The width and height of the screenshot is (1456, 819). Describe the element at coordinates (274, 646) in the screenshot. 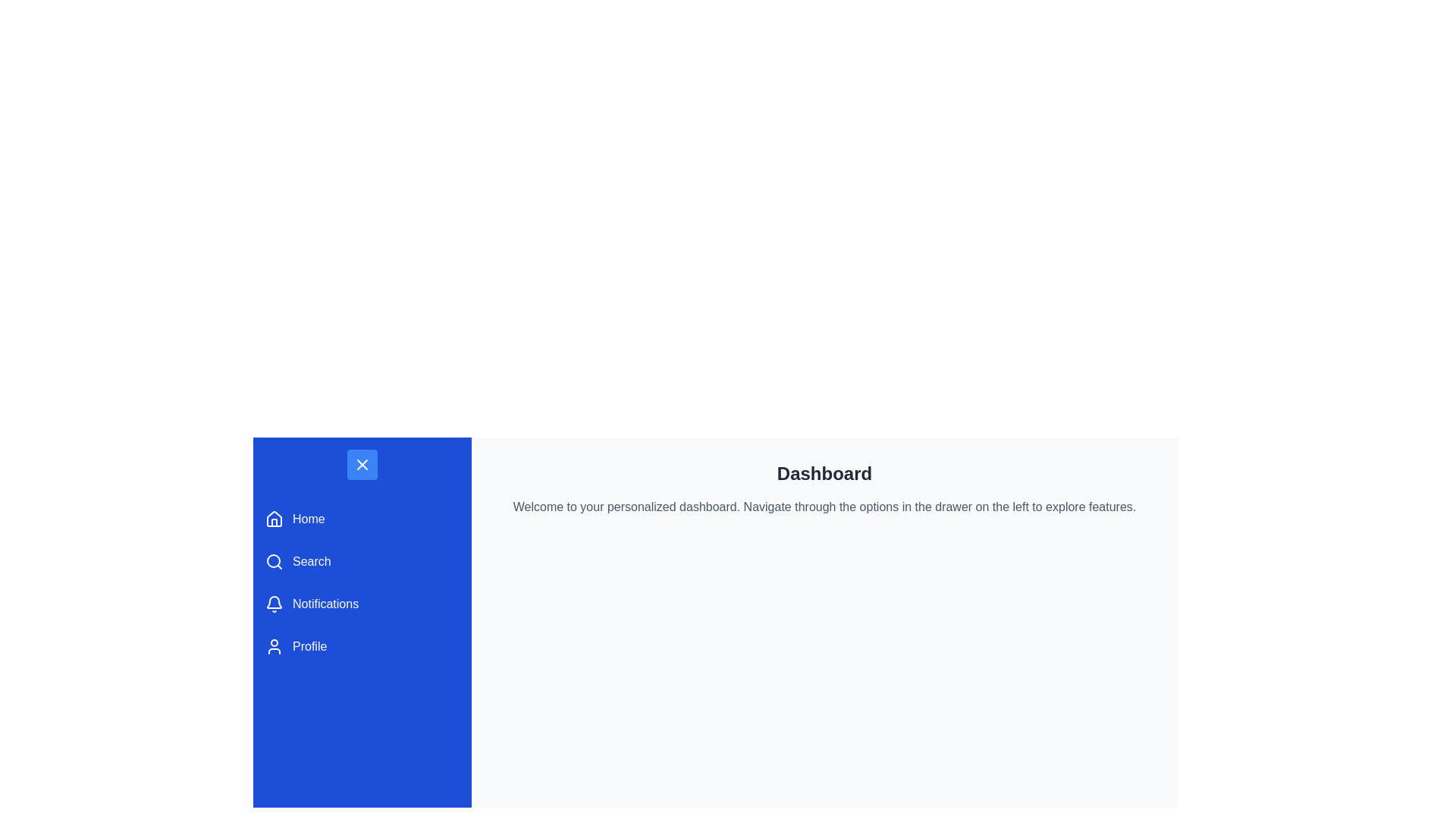

I see `the 'Profile' button which contains the user profile icon located on the left-side menu bar` at that location.